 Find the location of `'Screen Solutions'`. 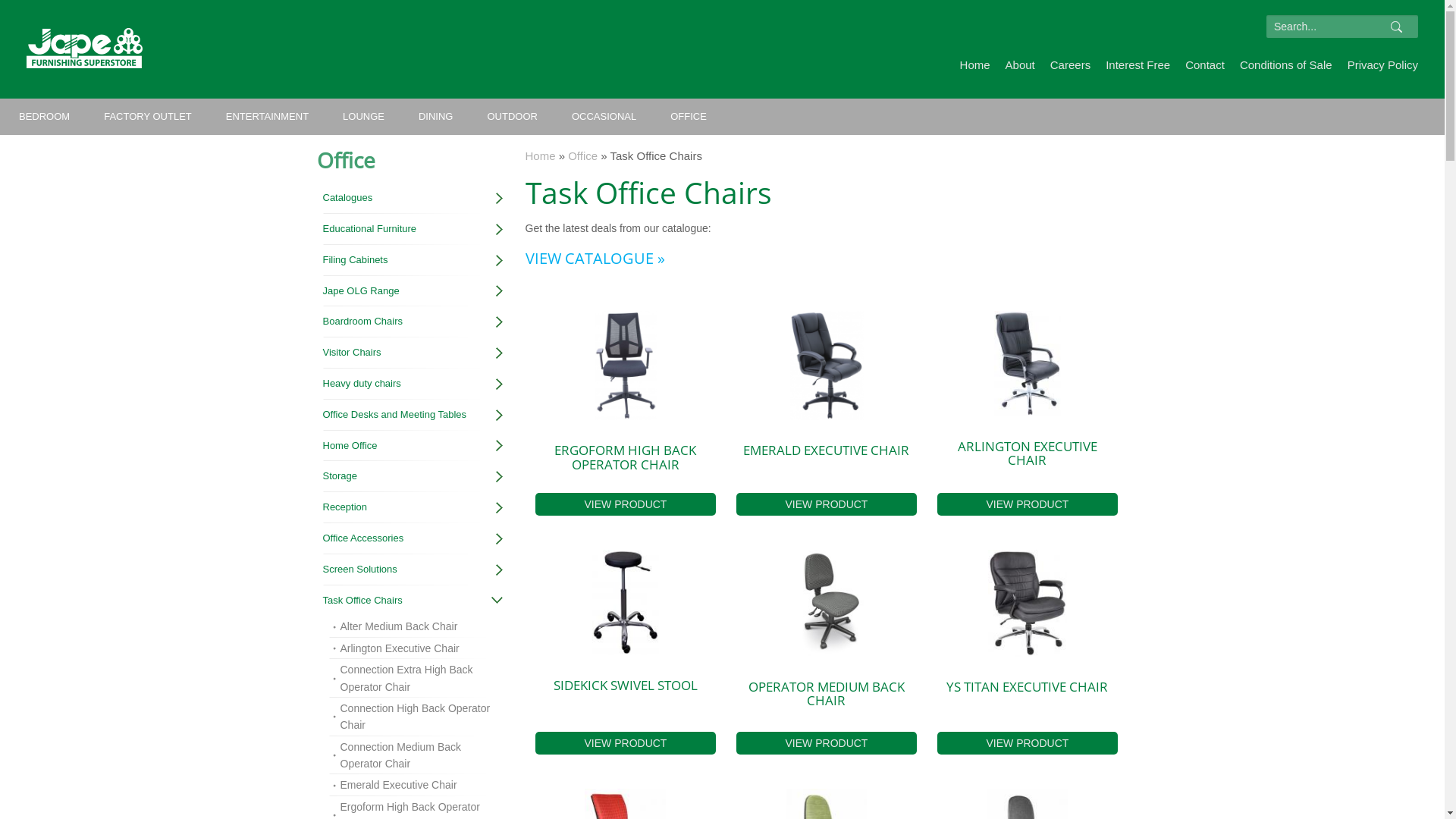

'Screen Solutions' is located at coordinates (413, 570).